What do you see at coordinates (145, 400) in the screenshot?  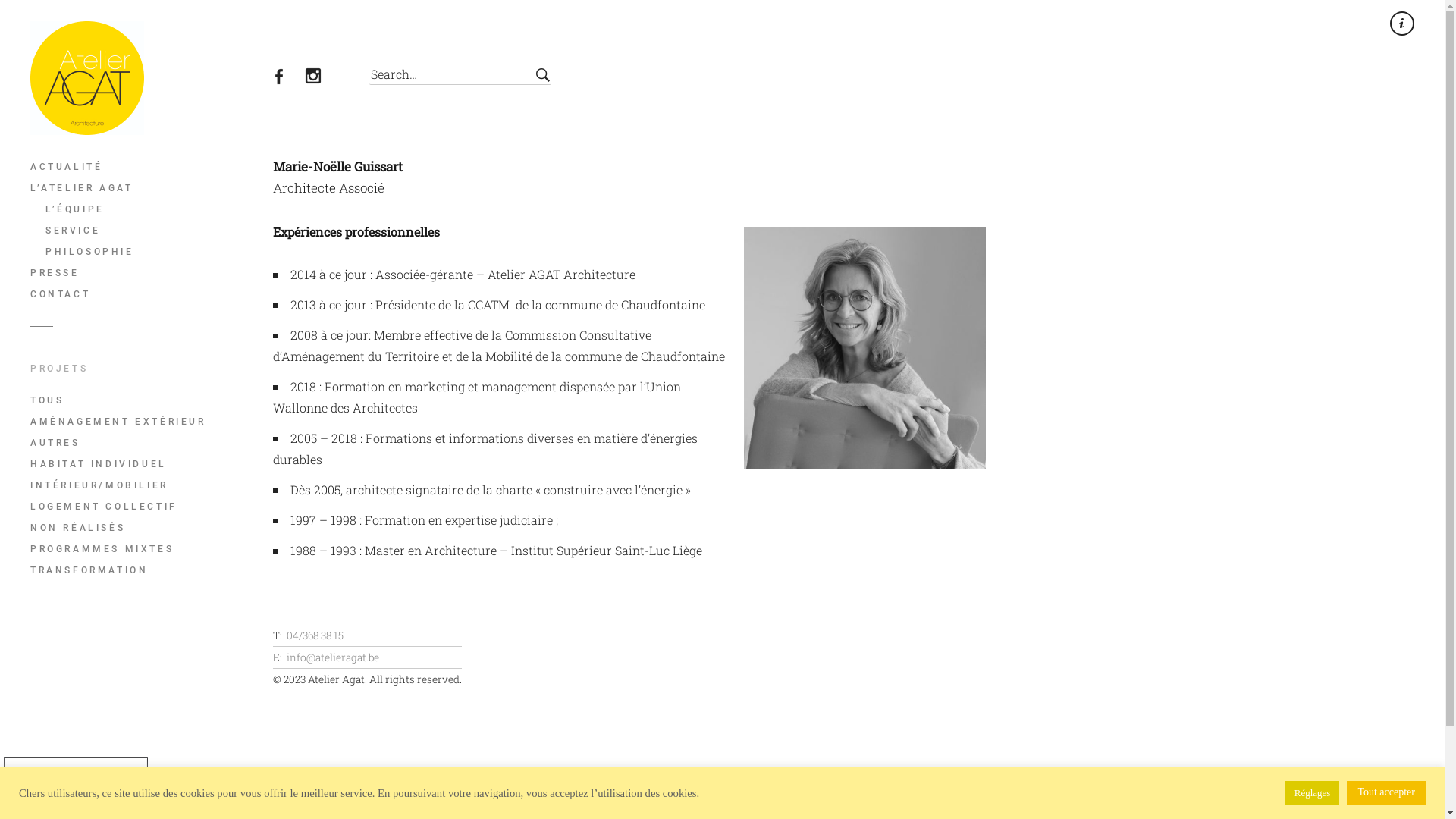 I see `'TOUS'` at bounding box center [145, 400].